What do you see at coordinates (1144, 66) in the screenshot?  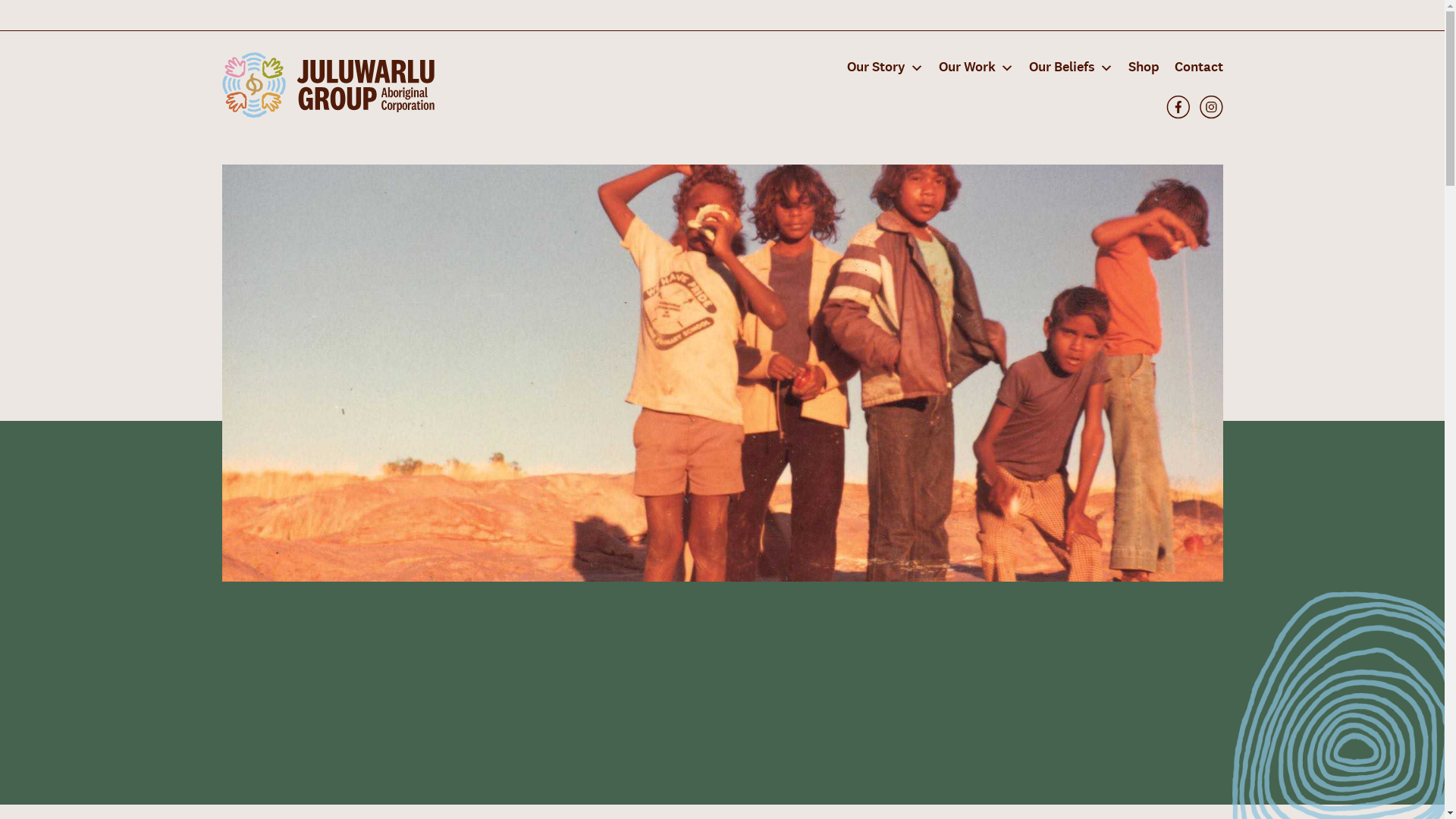 I see `'Shop'` at bounding box center [1144, 66].